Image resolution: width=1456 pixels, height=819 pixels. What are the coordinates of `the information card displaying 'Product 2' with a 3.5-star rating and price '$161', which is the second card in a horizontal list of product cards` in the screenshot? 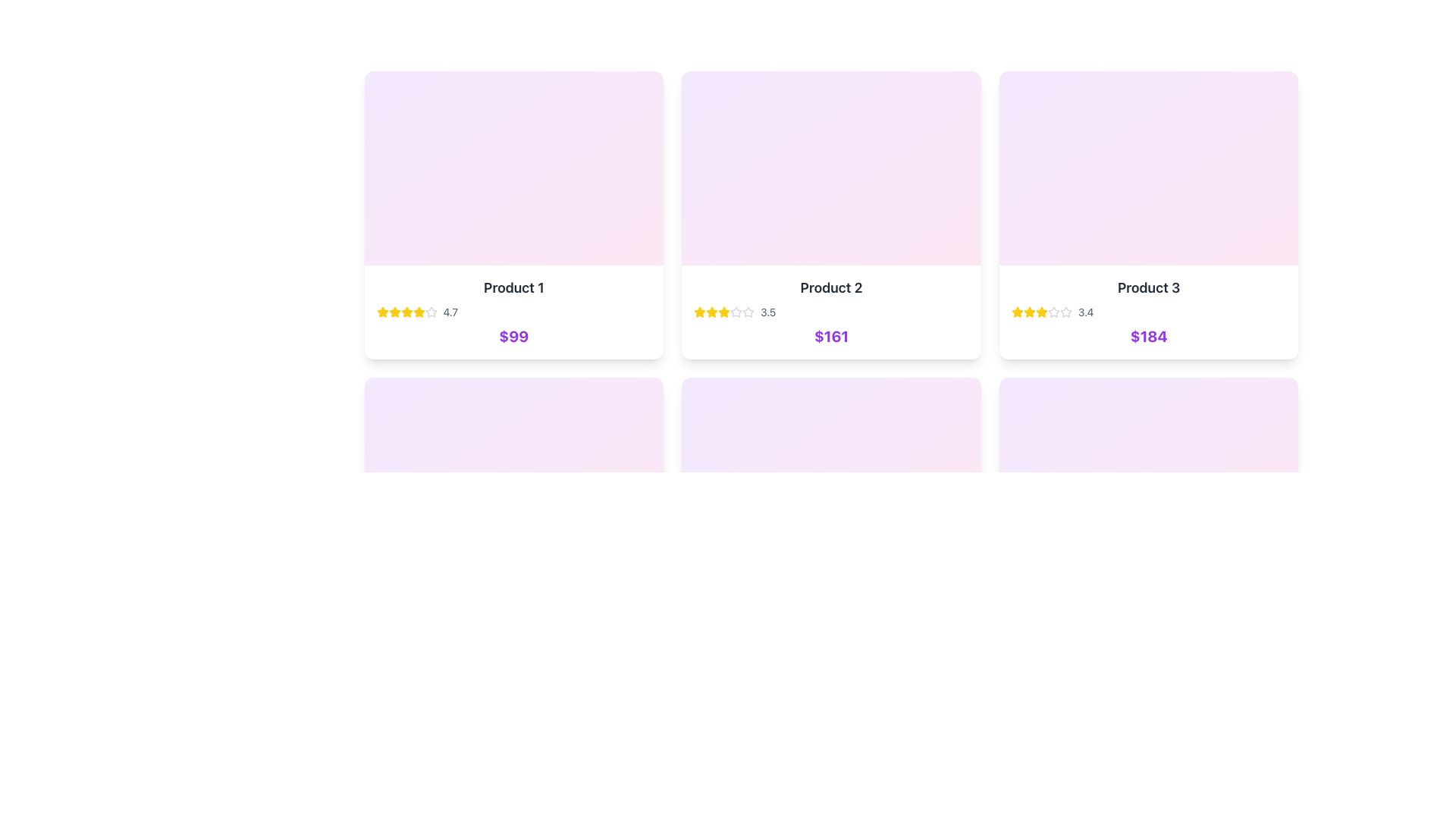 It's located at (830, 312).